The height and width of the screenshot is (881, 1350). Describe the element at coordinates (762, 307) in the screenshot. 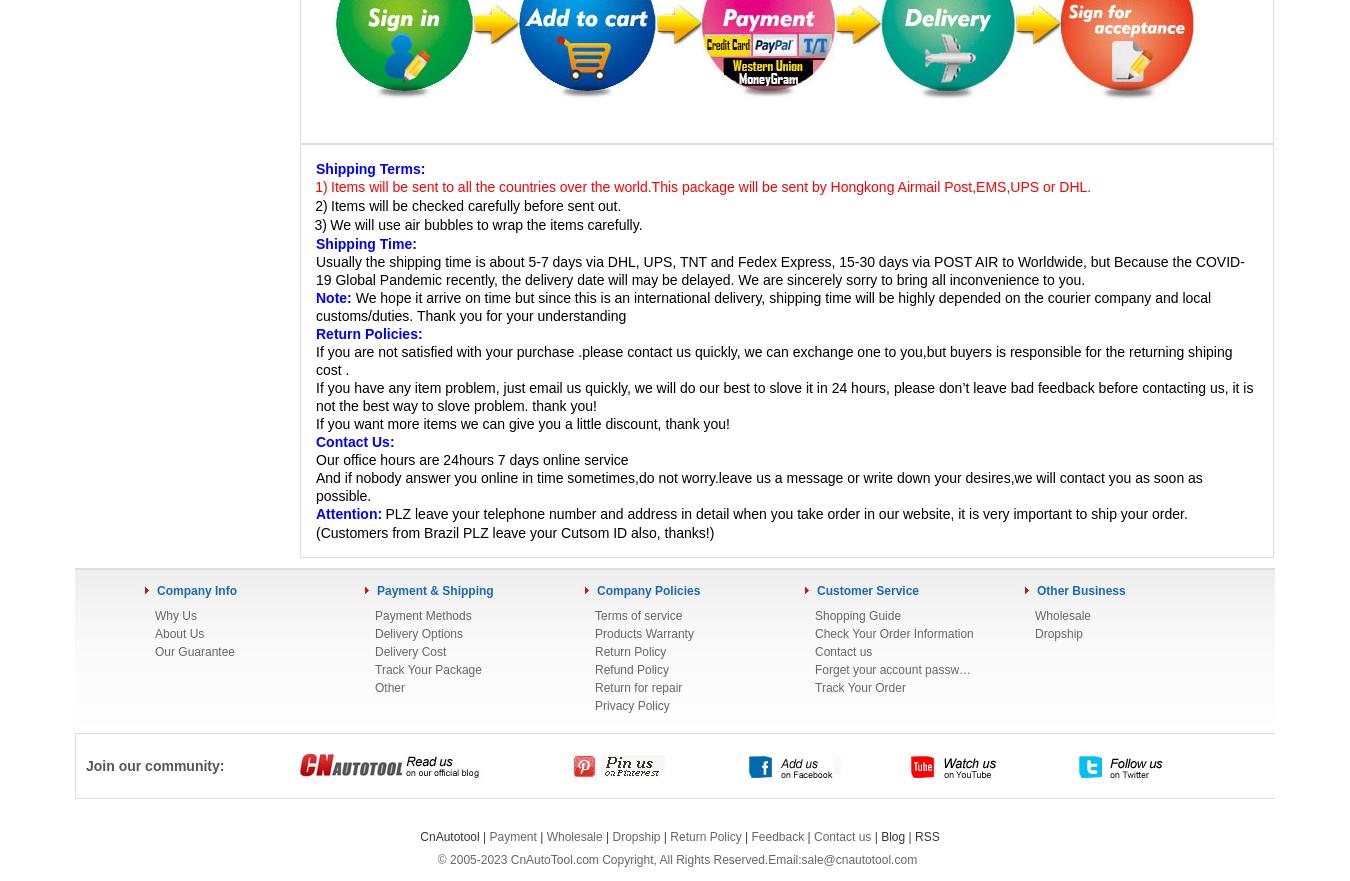

I see `'tional delivery, shipping time will be highly depended on the courier company and local customs/duties. Thank you for your understanding'` at that location.